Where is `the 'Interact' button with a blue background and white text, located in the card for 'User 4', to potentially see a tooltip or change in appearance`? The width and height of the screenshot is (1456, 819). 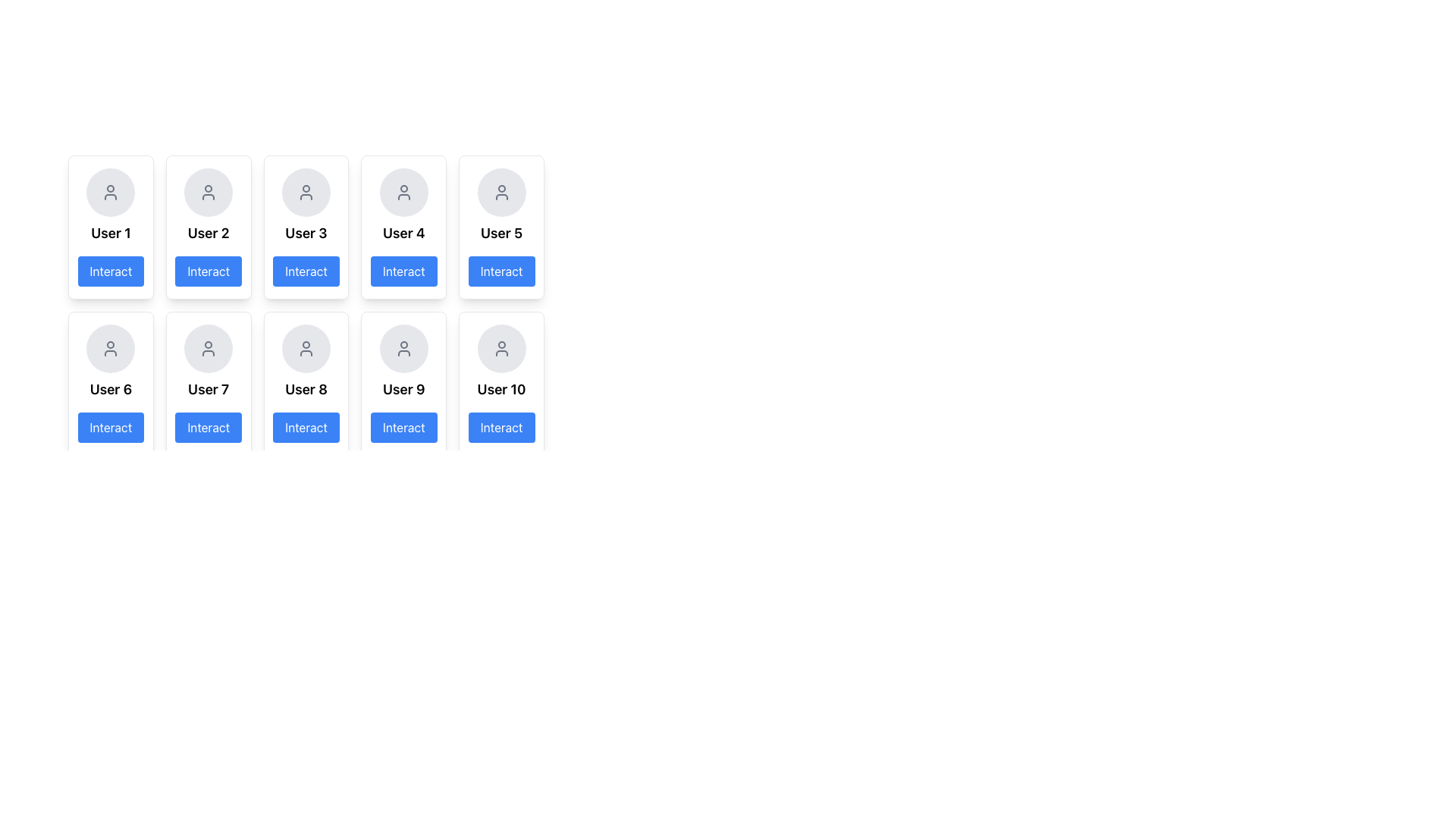
the 'Interact' button with a blue background and white text, located in the card for 'User 4', to potentially see a tooltip or change in appearance is located at coordinates (403, 271).